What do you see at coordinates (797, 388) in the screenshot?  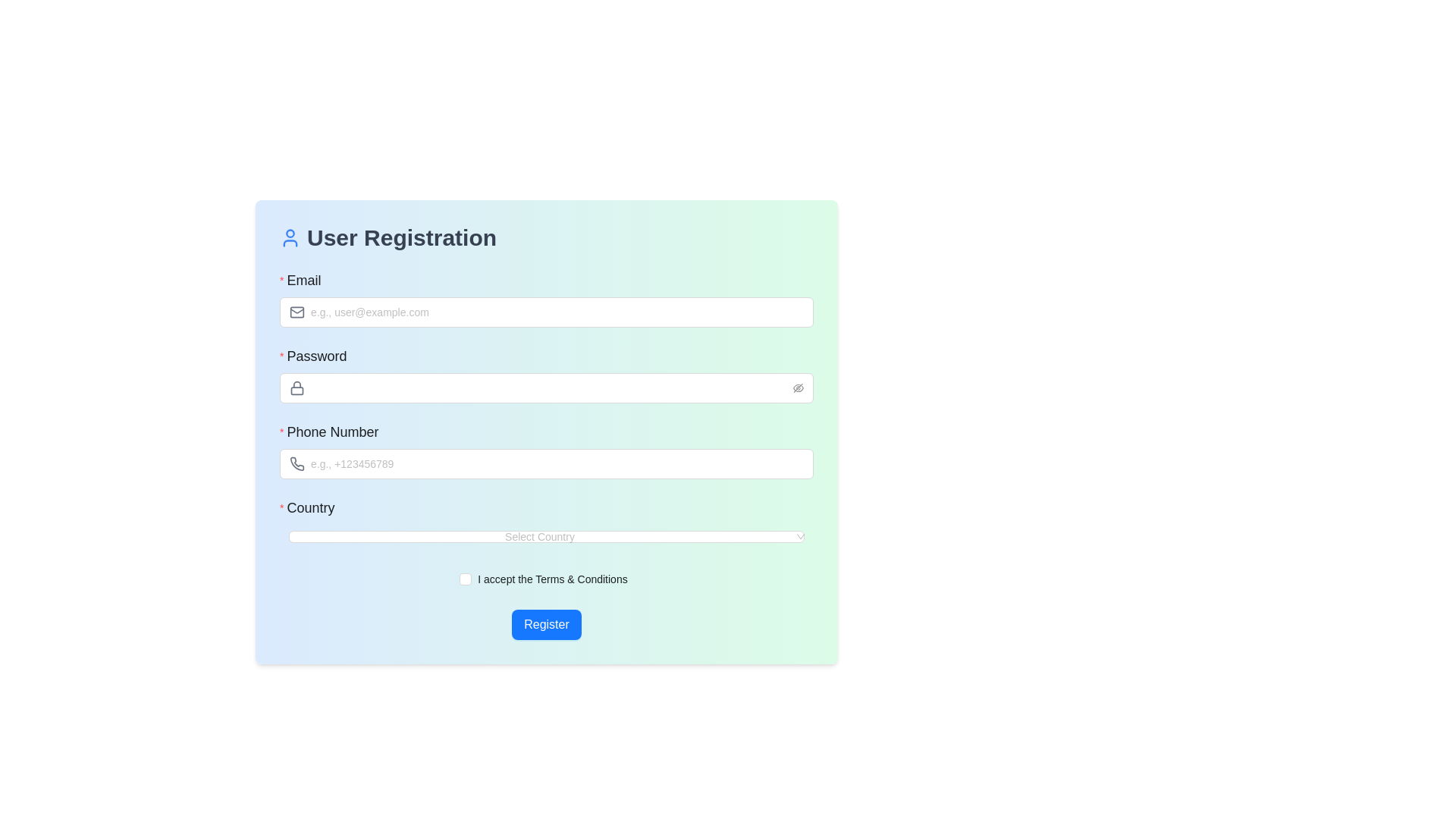 I see `the eye-invisible icon within the password input field` at bounding box center [797, 388].